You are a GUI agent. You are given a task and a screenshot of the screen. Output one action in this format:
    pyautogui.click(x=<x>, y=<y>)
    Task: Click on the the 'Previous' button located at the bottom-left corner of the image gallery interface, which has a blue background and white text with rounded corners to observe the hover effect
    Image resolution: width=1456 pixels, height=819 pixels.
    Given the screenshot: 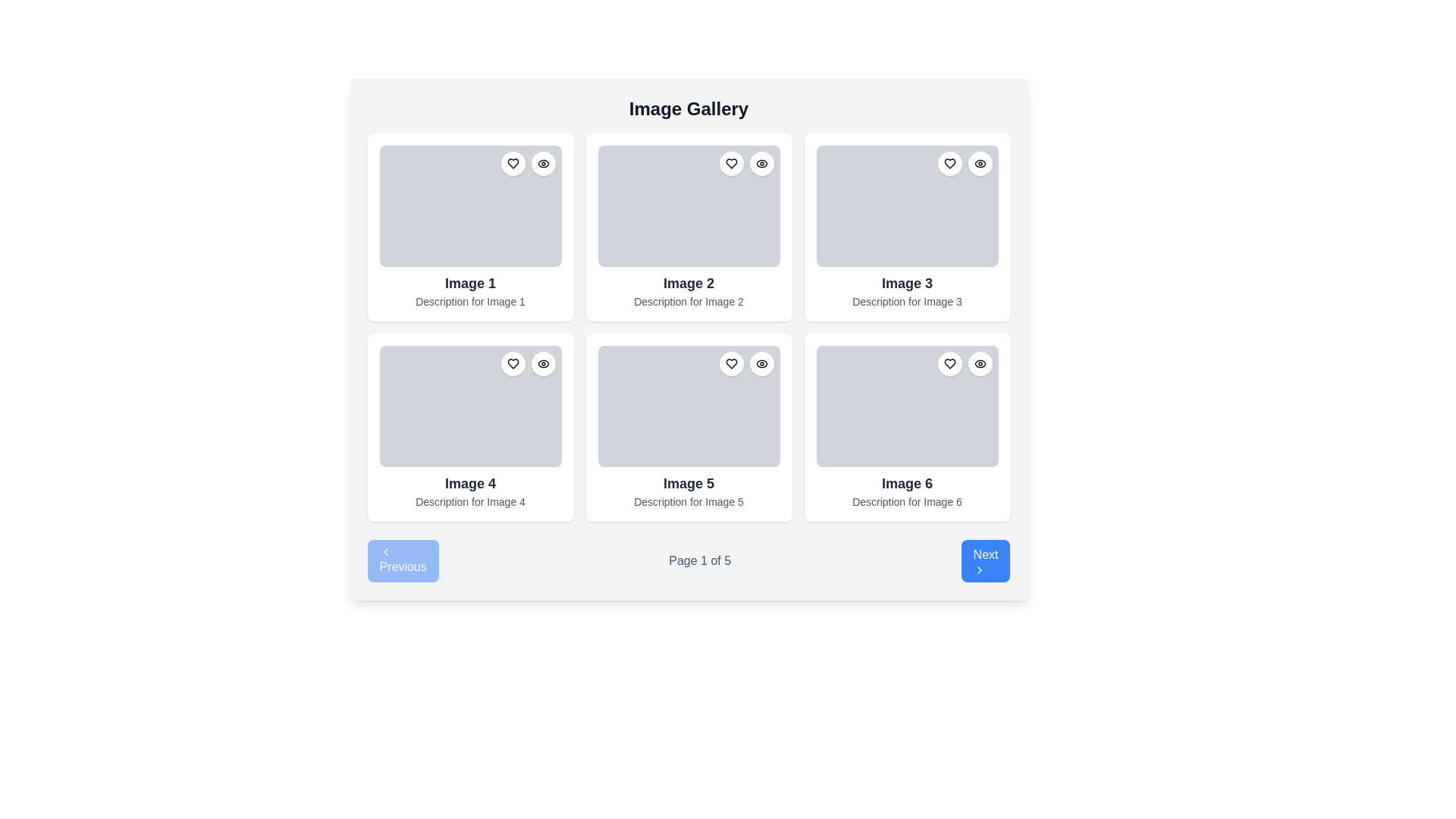 What is the action you would take?
    pyautogui.click(x=403, y=561)
    